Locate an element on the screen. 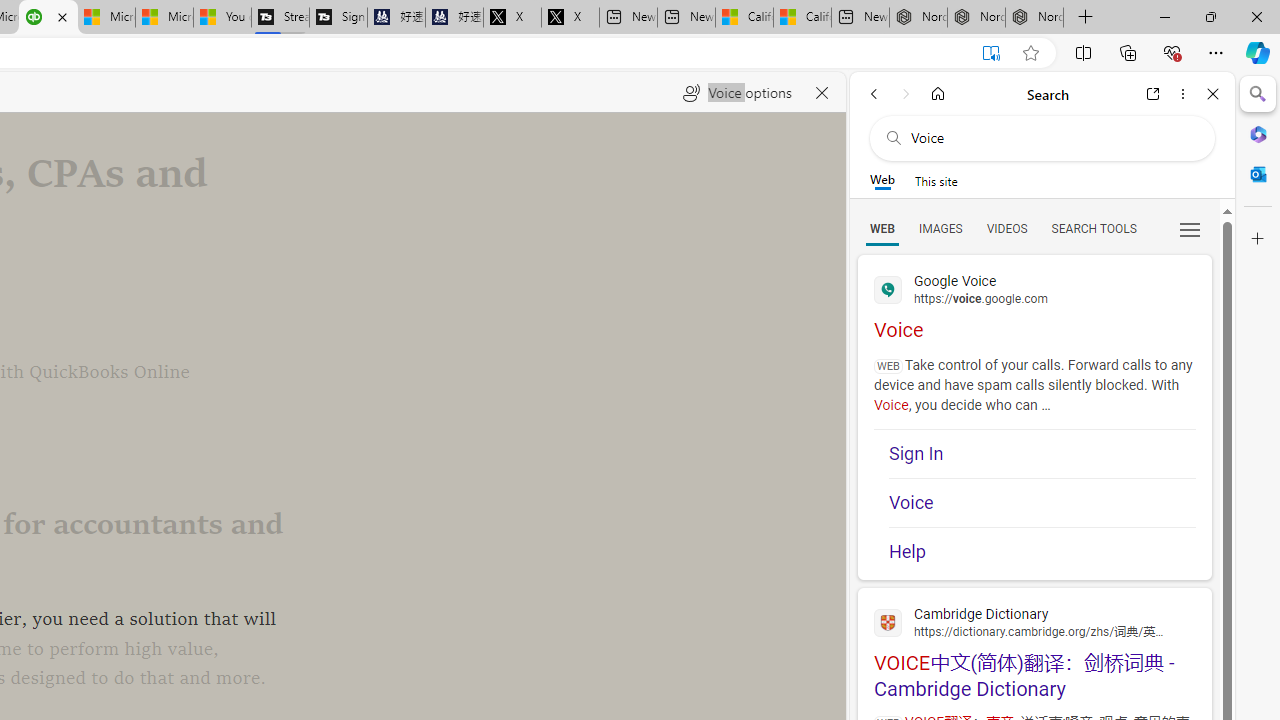 Image resolution: width=1280 pixels, height=720 pixels. 'SEARCH TOOLS' is located at coordinates (1092, 227).